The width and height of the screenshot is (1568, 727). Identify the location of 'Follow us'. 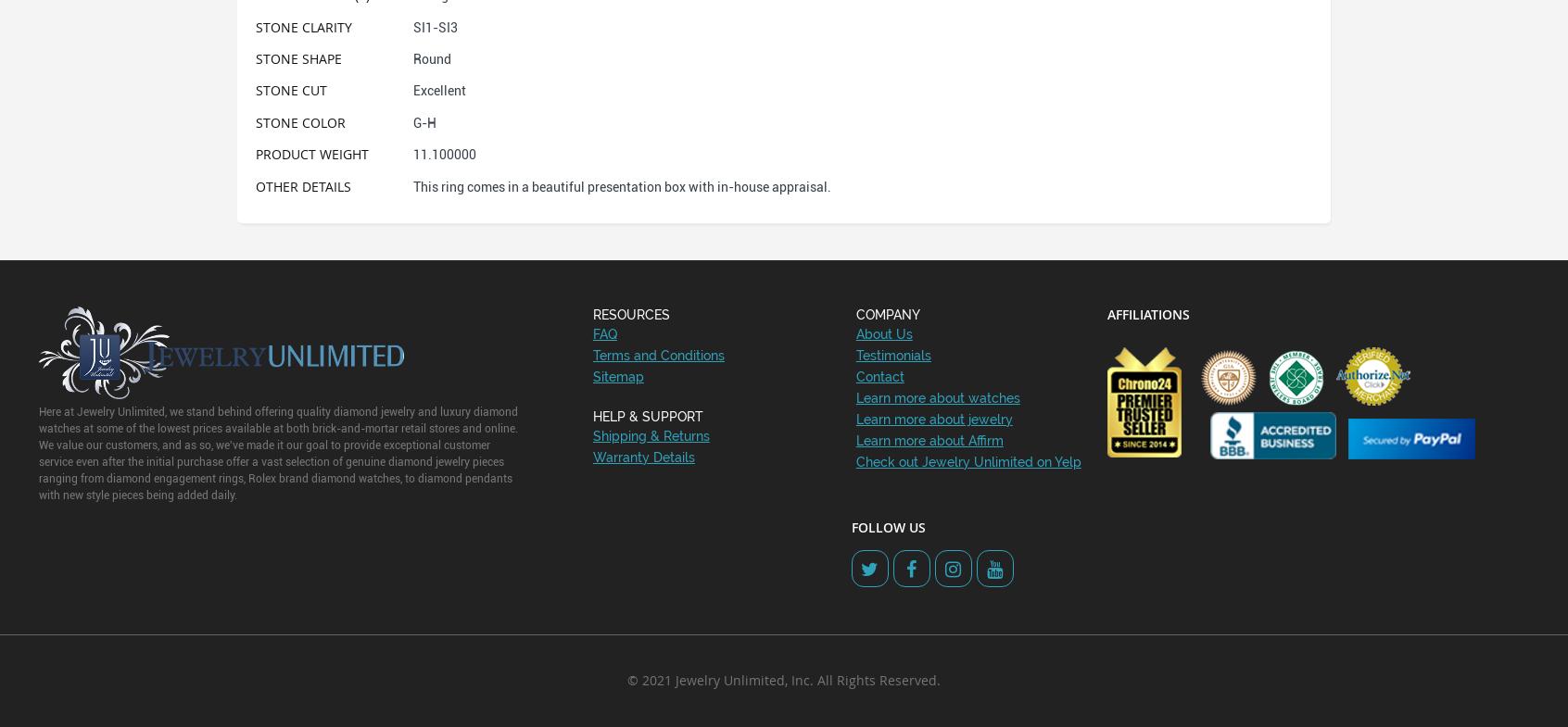
(888, 526).